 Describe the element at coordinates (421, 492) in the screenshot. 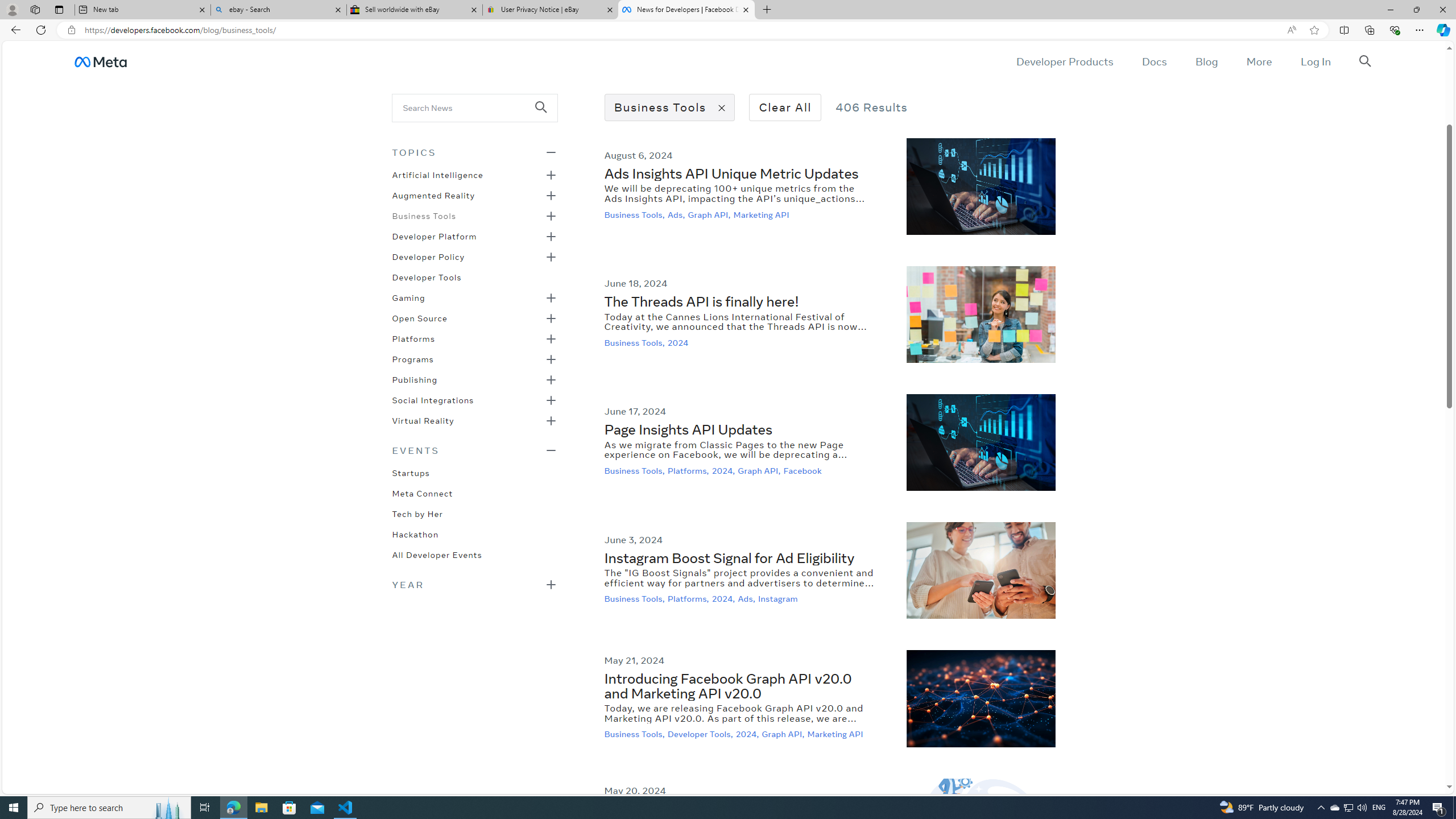

I see `'Meta Connect'` at that location.